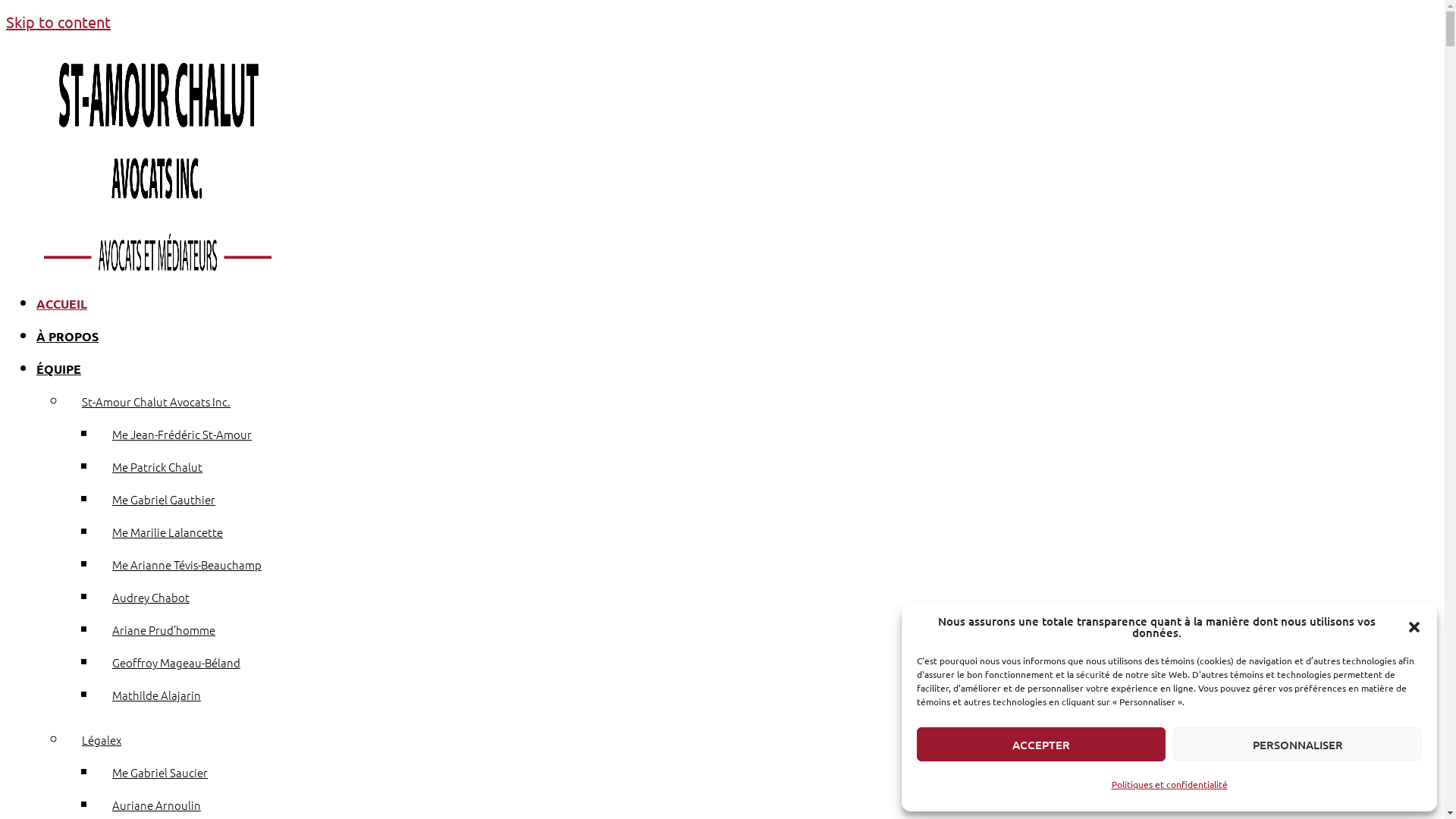 The image size is (1456, 819). I want to click on 'Audrey Chabot', so click(150, 596).